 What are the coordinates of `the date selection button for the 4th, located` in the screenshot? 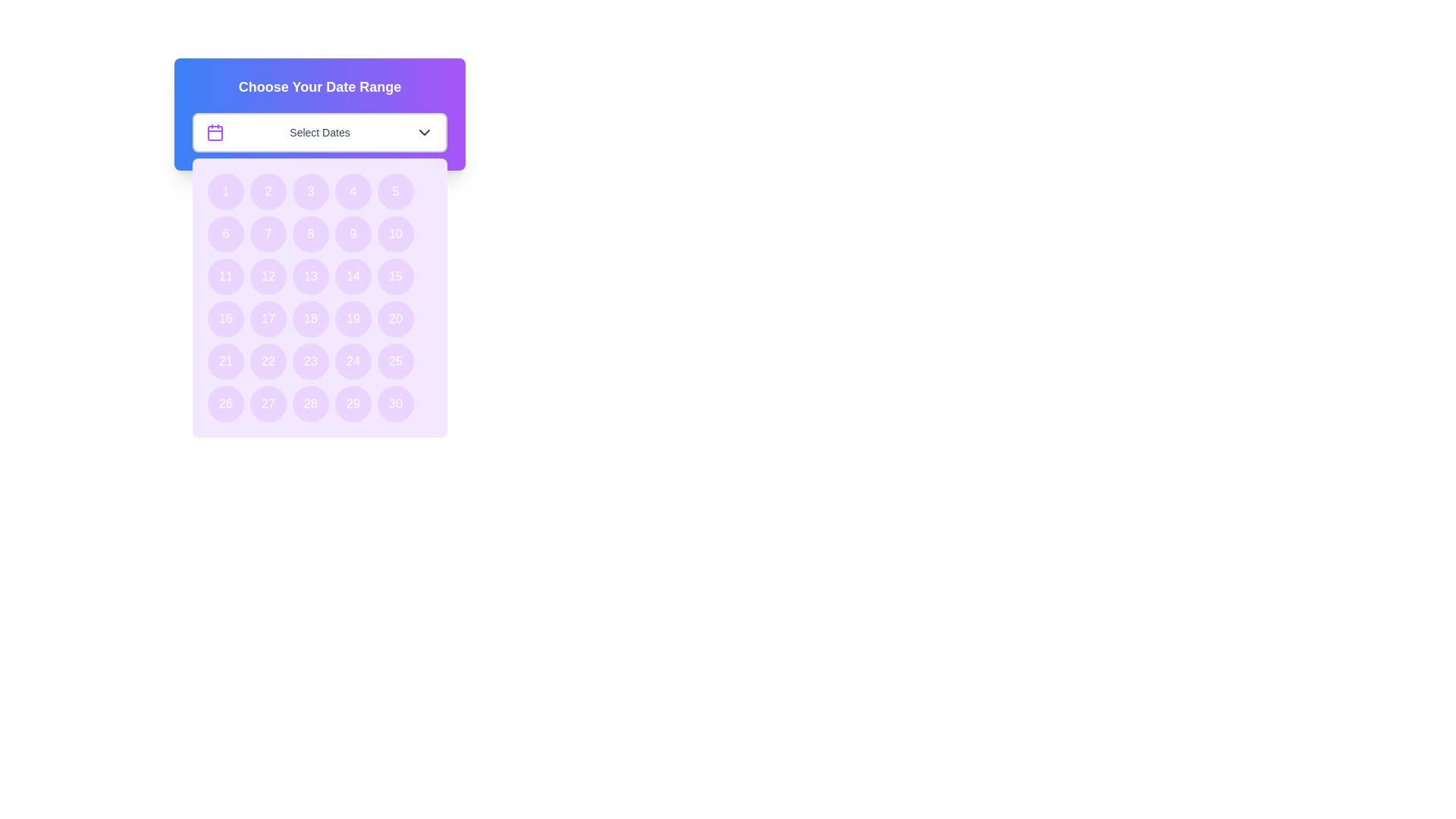 It's located at (352, 191).